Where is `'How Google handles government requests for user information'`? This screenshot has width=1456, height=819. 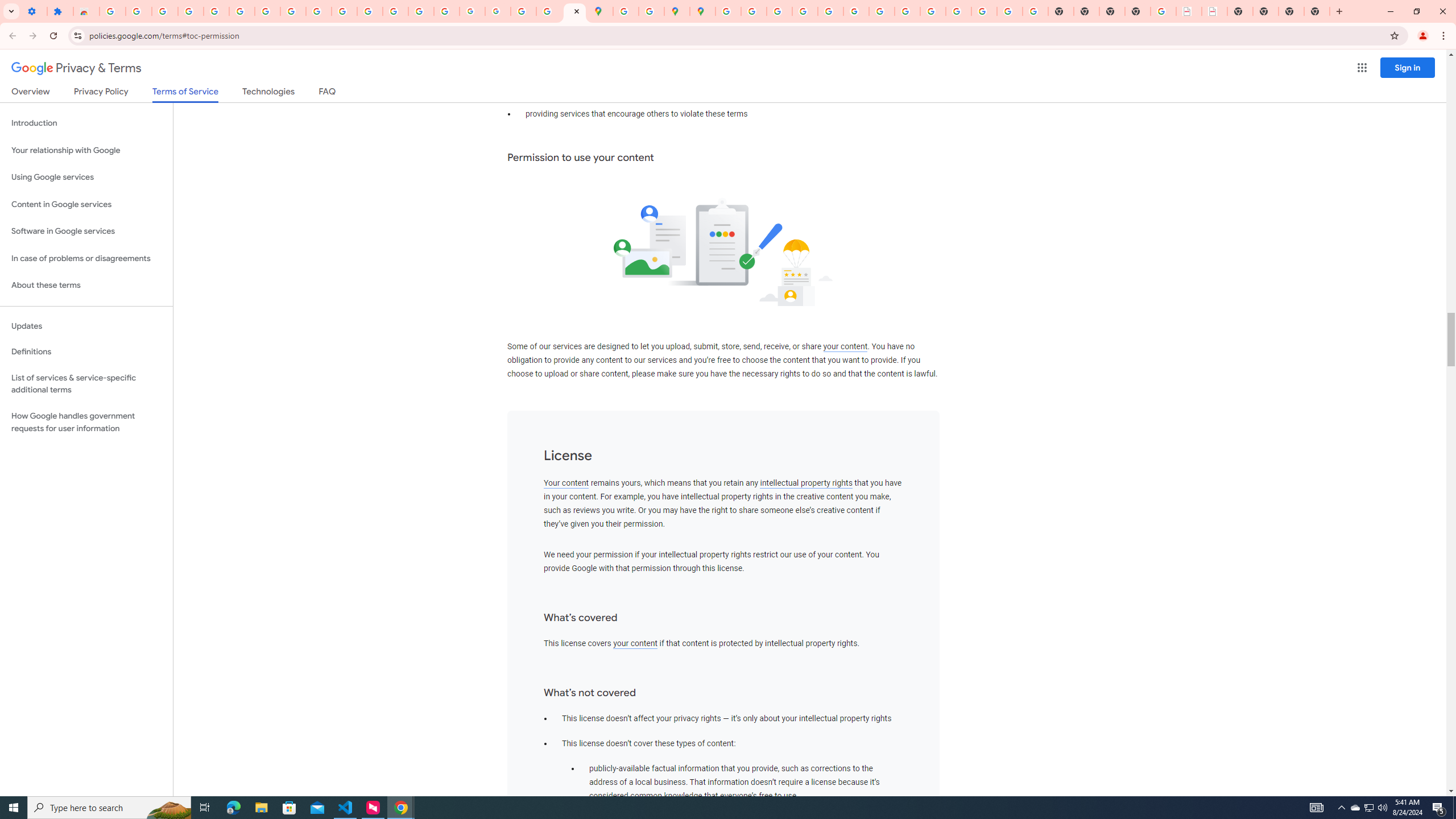
'How Google handles government requests for user information' is located at coordinates (86, 422).